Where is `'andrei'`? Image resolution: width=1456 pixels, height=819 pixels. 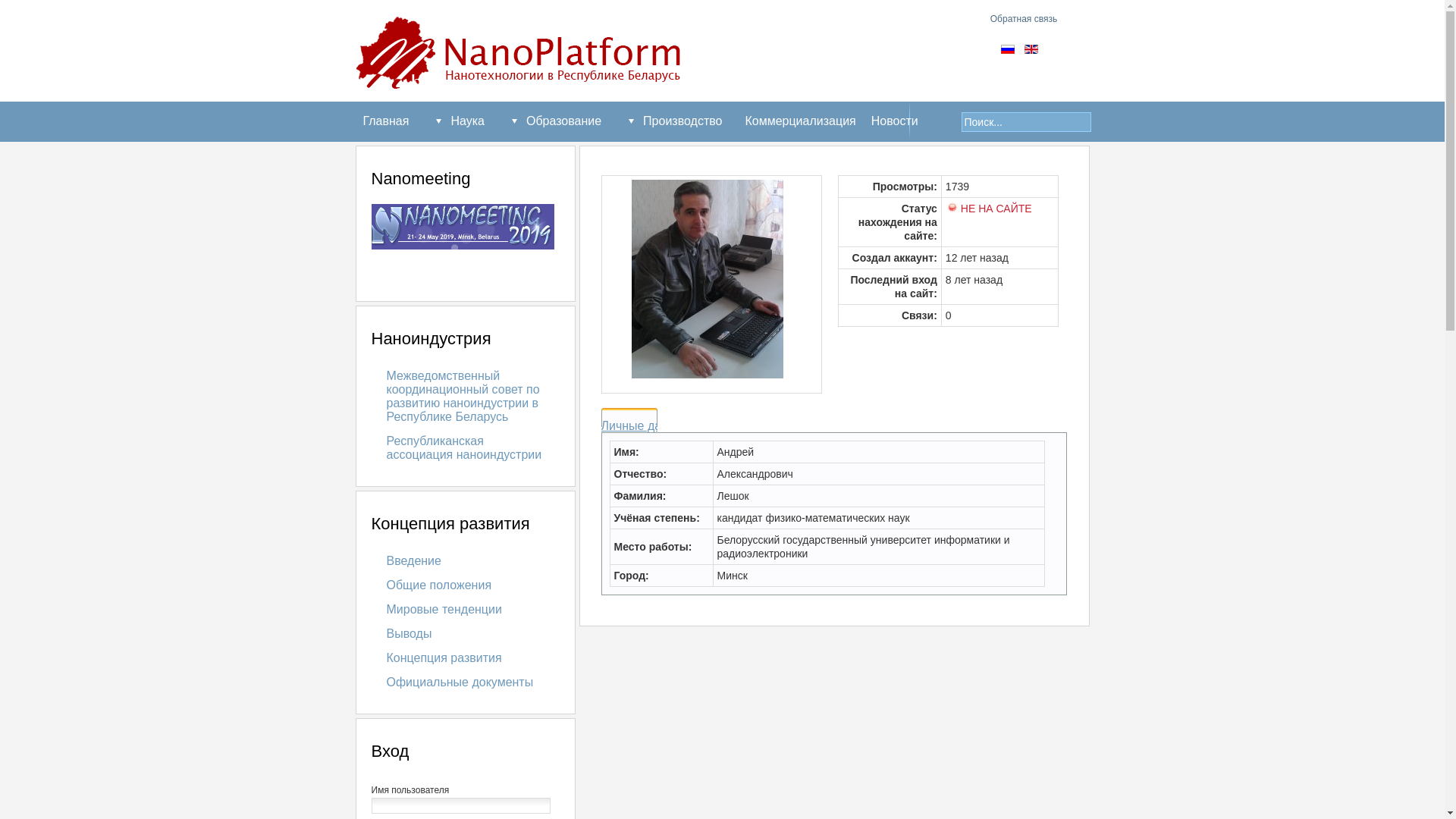 'andrei' is located at coordinates (632, 283).